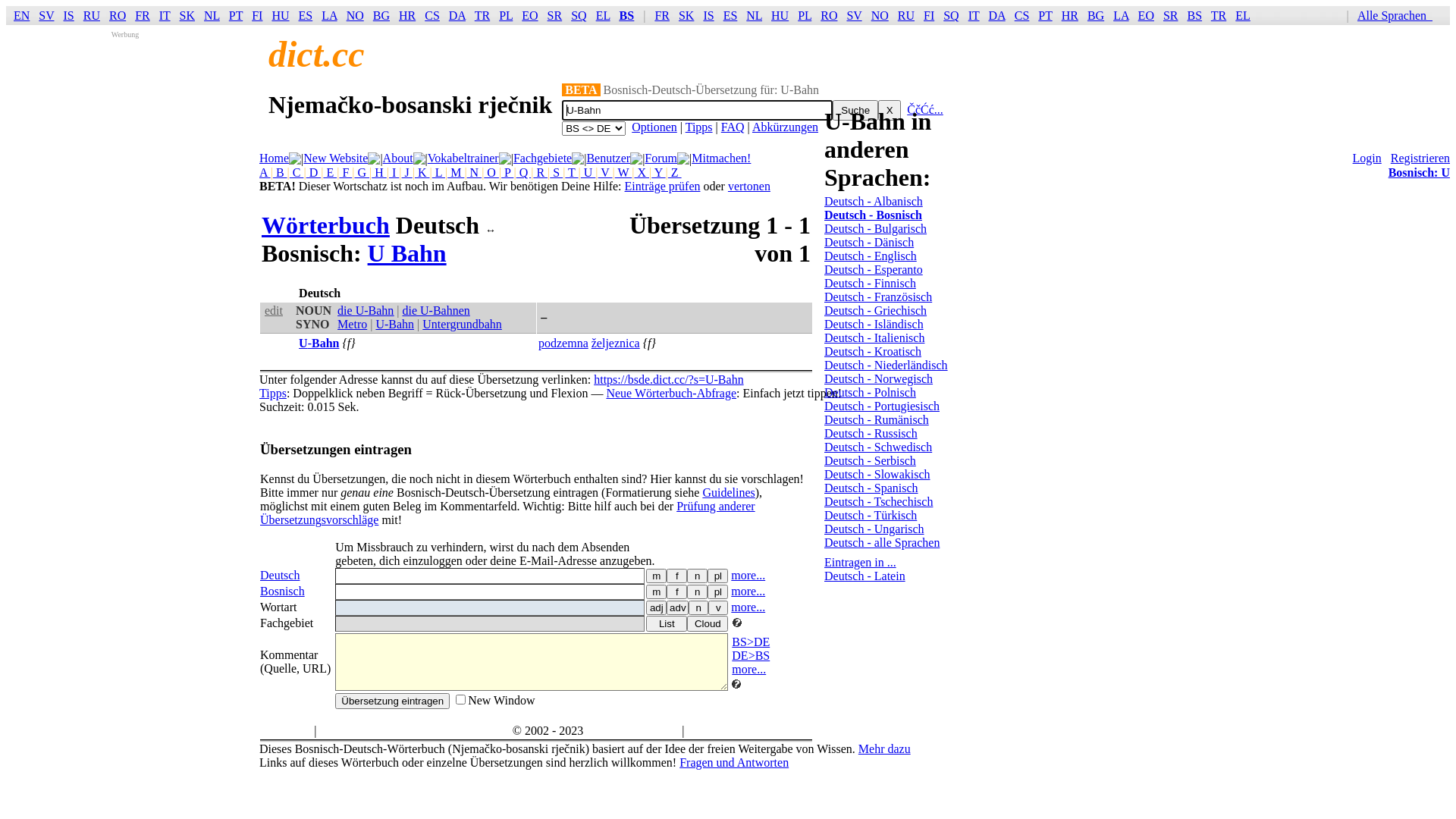  I want to click on 'Deutsch - Schwedisch', so click(877, 446).